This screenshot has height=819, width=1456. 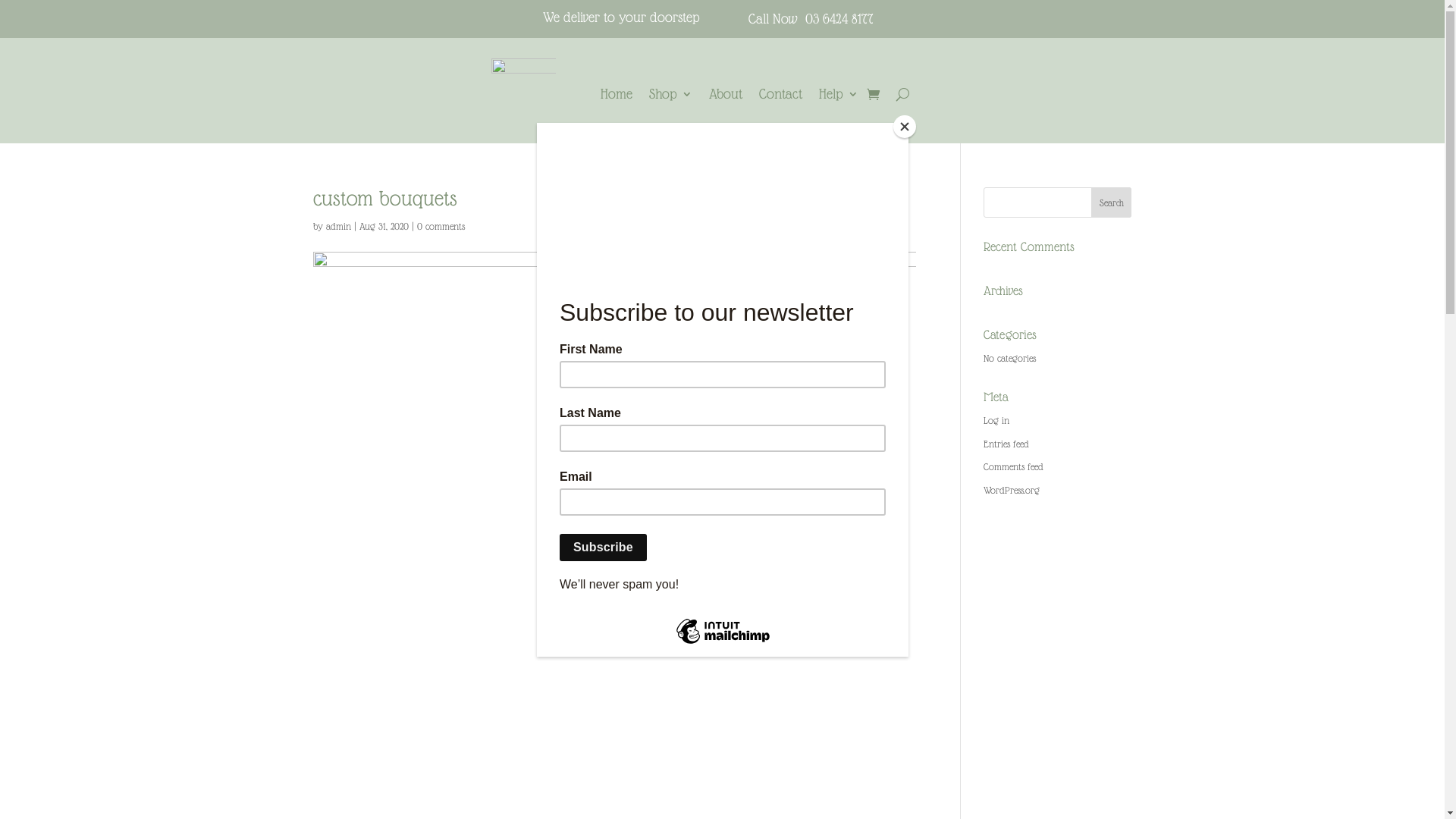 What do you see at coordinates (616, 96) in the screenshot?
I see `'Home'` at bounding box center [616, 96].